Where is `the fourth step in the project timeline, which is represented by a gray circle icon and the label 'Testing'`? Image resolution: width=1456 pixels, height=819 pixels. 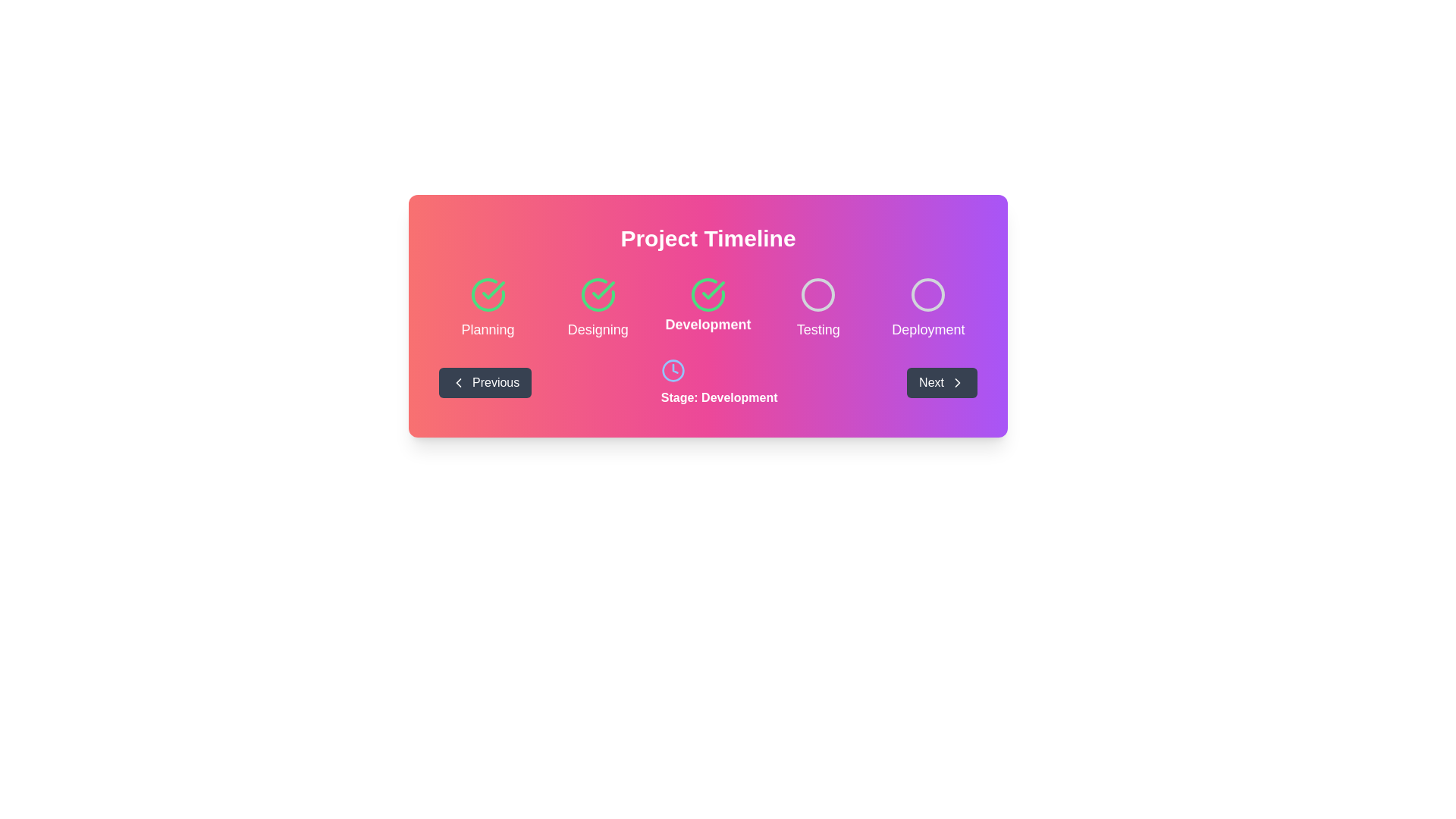
the fourth step in the project timeline, which is represented by a gray circle icon and the label 'Testing' is located at coordinates (817, 308).